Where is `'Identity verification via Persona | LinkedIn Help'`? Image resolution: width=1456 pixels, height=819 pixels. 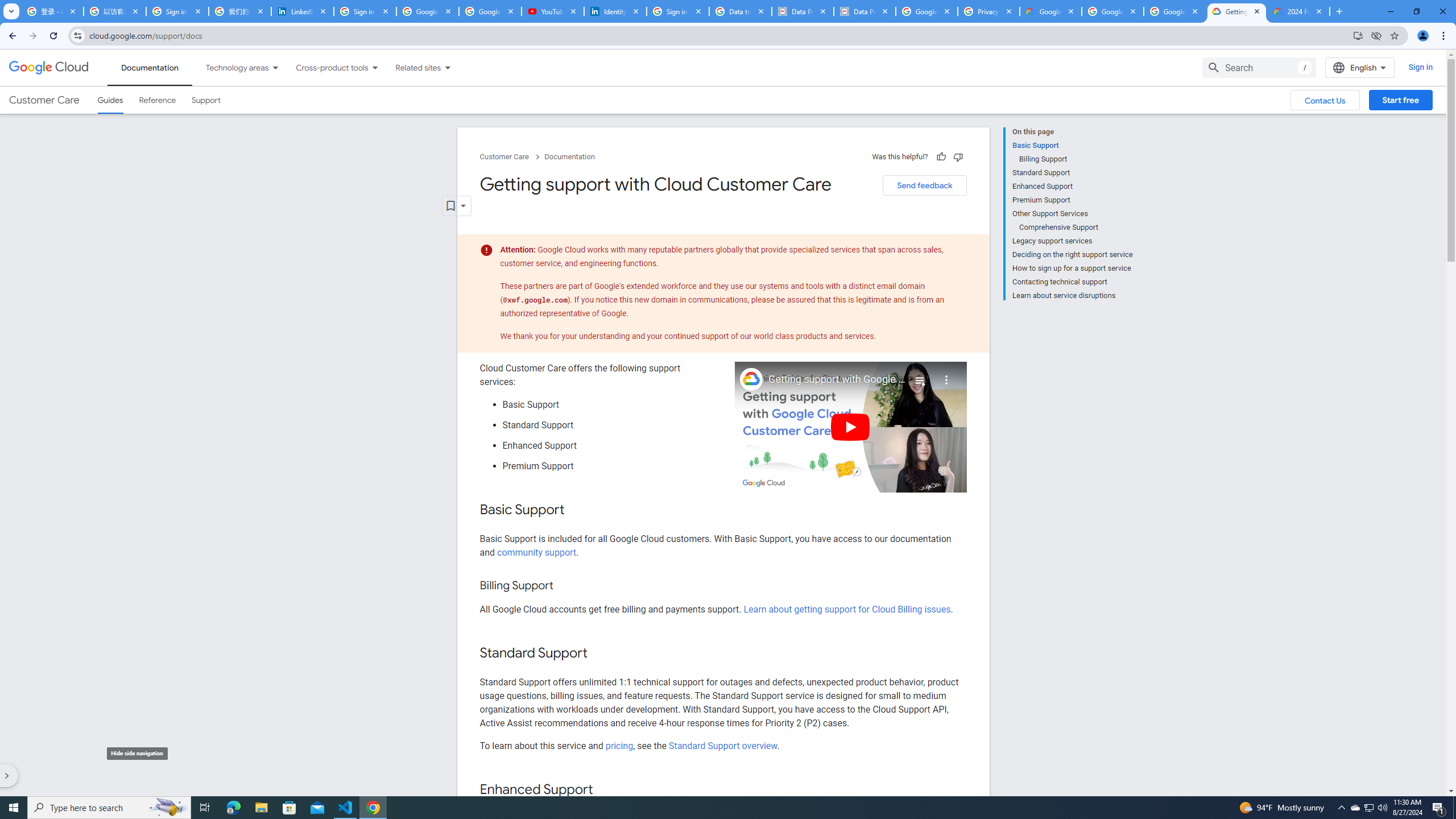
'Identity verification via Persona | LinkedIn Help' is located at coordinates (615, 11).